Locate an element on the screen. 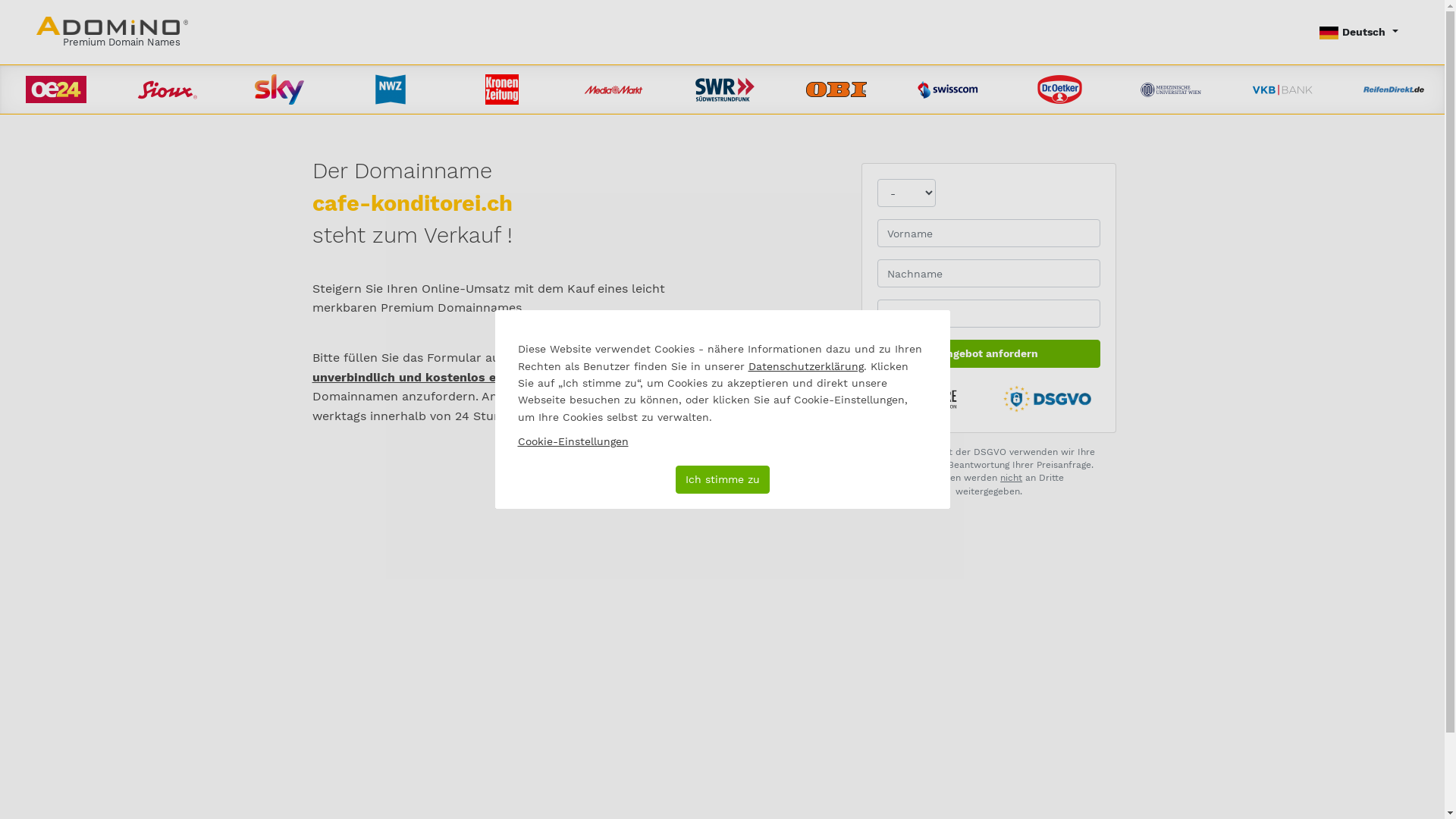  'Cookie-Einstellungen' is located at coordinates (516, 441).